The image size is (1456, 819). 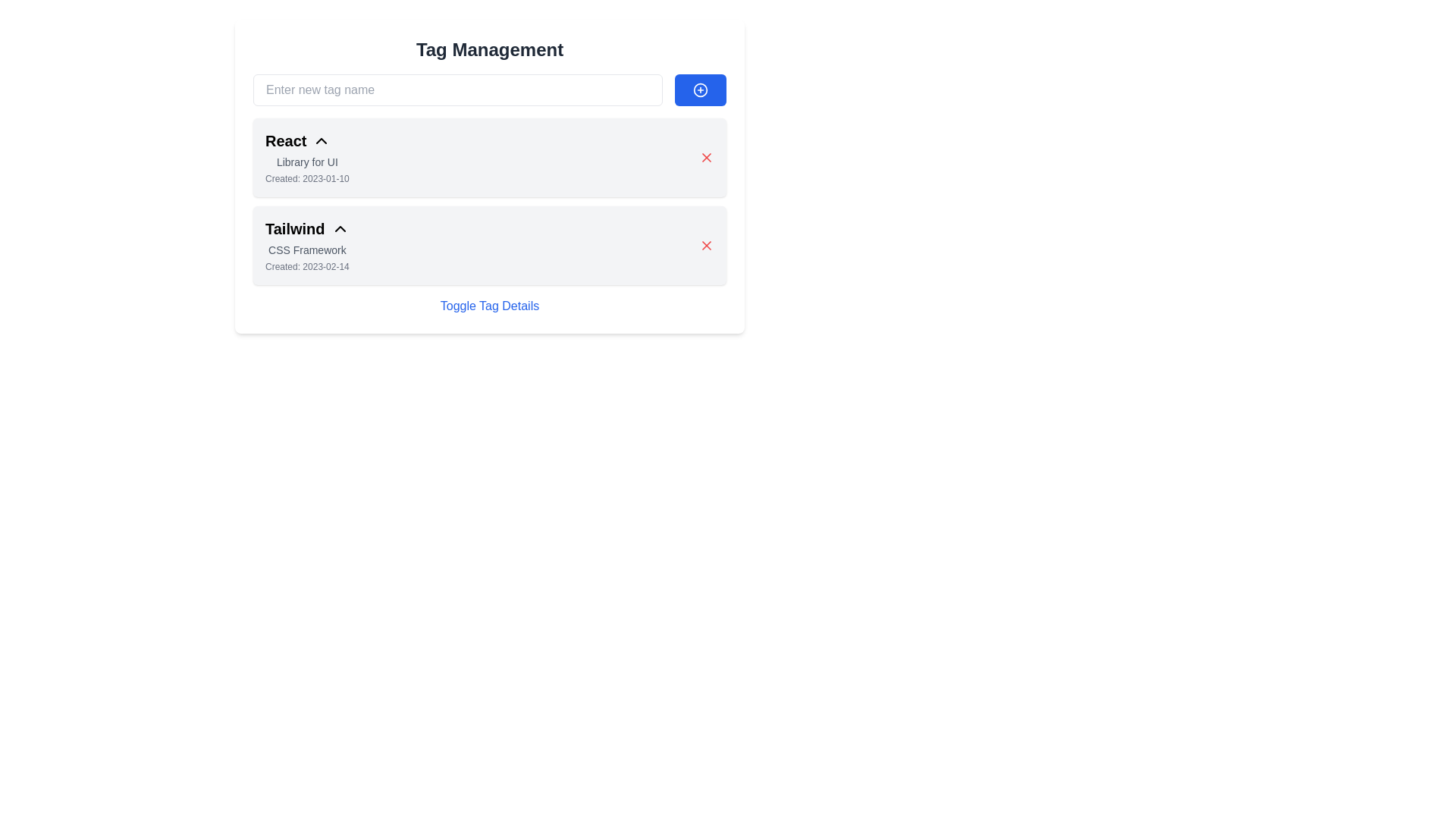 I want to click on the blue button with a plus icon located to the right of the 'Enter new tag name' text input in the 'Tag Management' section to observe its visual feedback, so click(x=700, y=90).